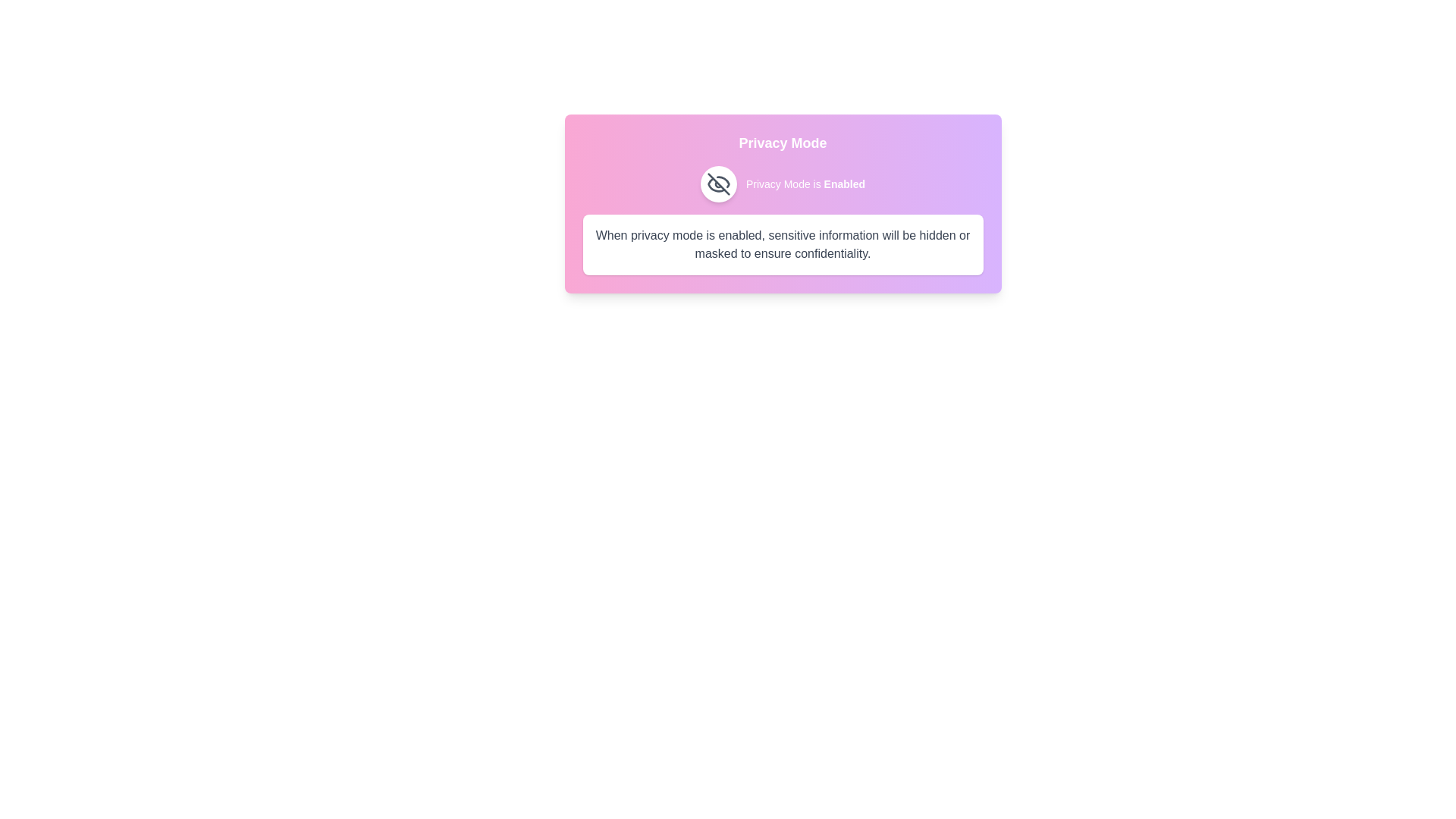 The height and width of the screenshot is (819, 1456). Describe the element at coordinates (717, 184) in the screenshot. I see `toggle button to change the privacy mode state` at that location.